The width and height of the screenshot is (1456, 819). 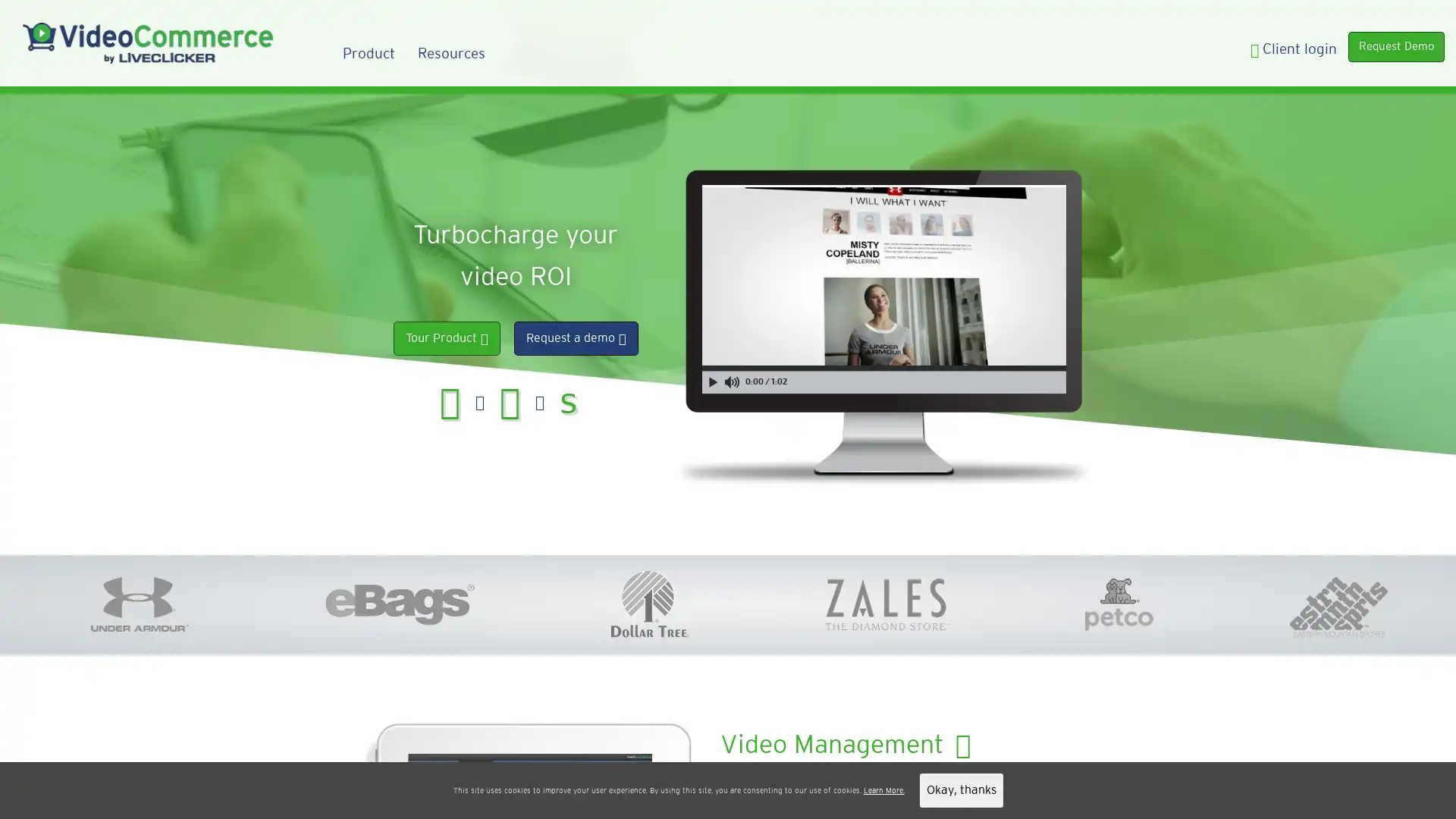 I want to click on Tour Product, so click(x=445, y=337).